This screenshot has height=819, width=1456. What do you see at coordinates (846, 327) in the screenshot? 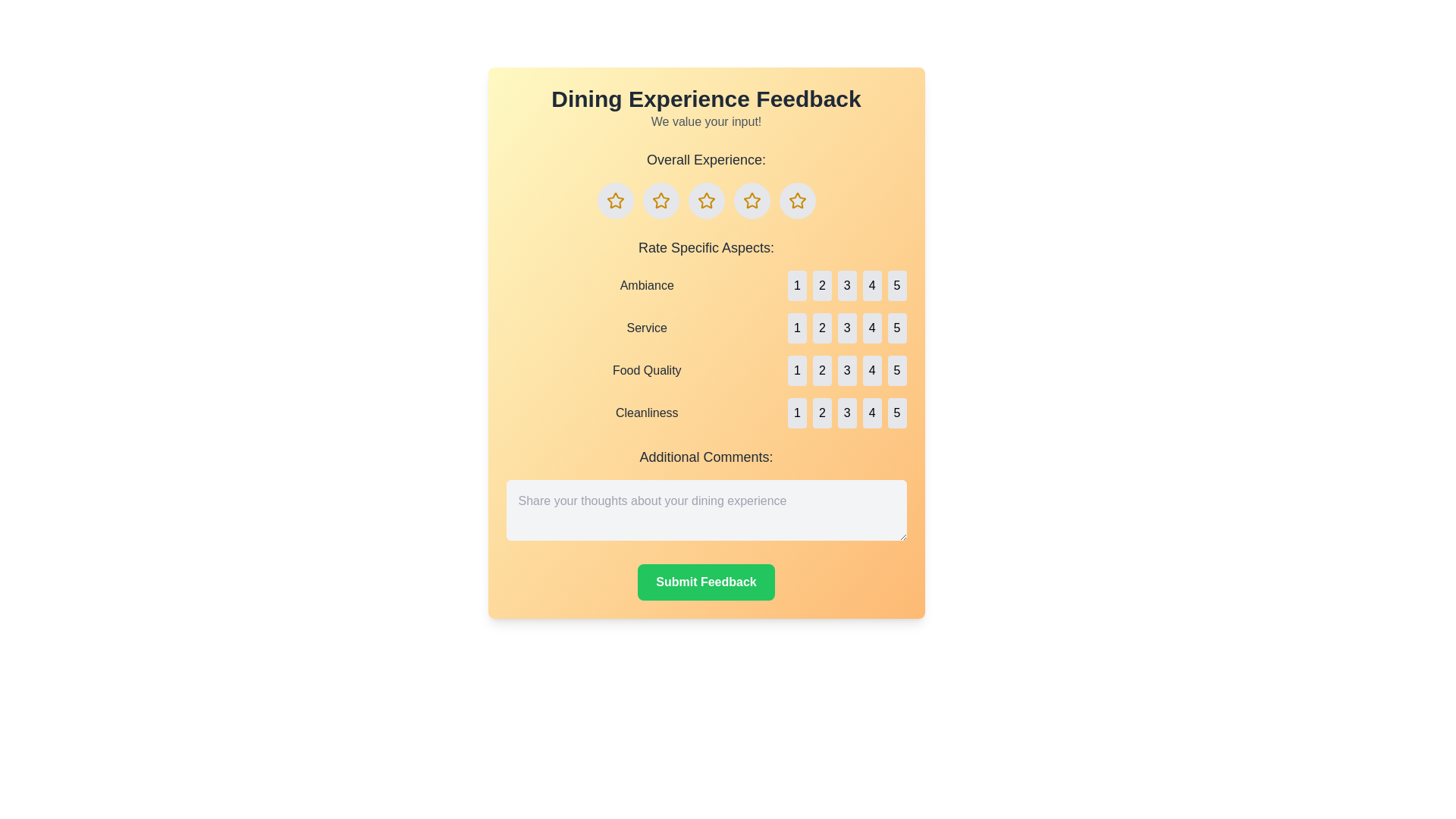
I see `rating button labeled '3' for the 'Service' rating located below the 'Service' label in the 'Rate Specific Aspects' section` at bounding box center [846, 327].